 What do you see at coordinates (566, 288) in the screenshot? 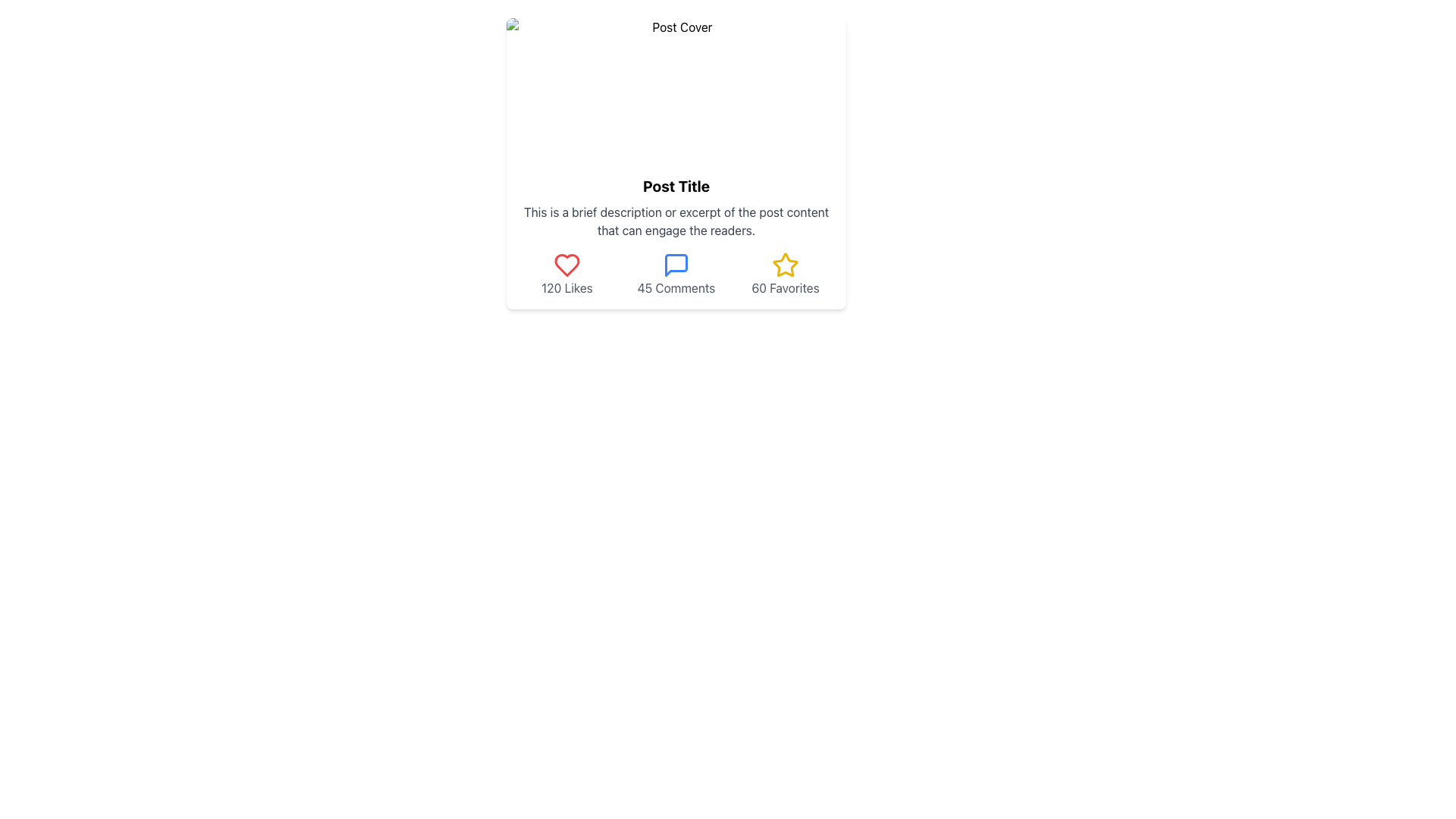
I see `the text label that displays the number of likes for the post, located centrally in the lower part of the card layout` at bounding box center [566, 288].